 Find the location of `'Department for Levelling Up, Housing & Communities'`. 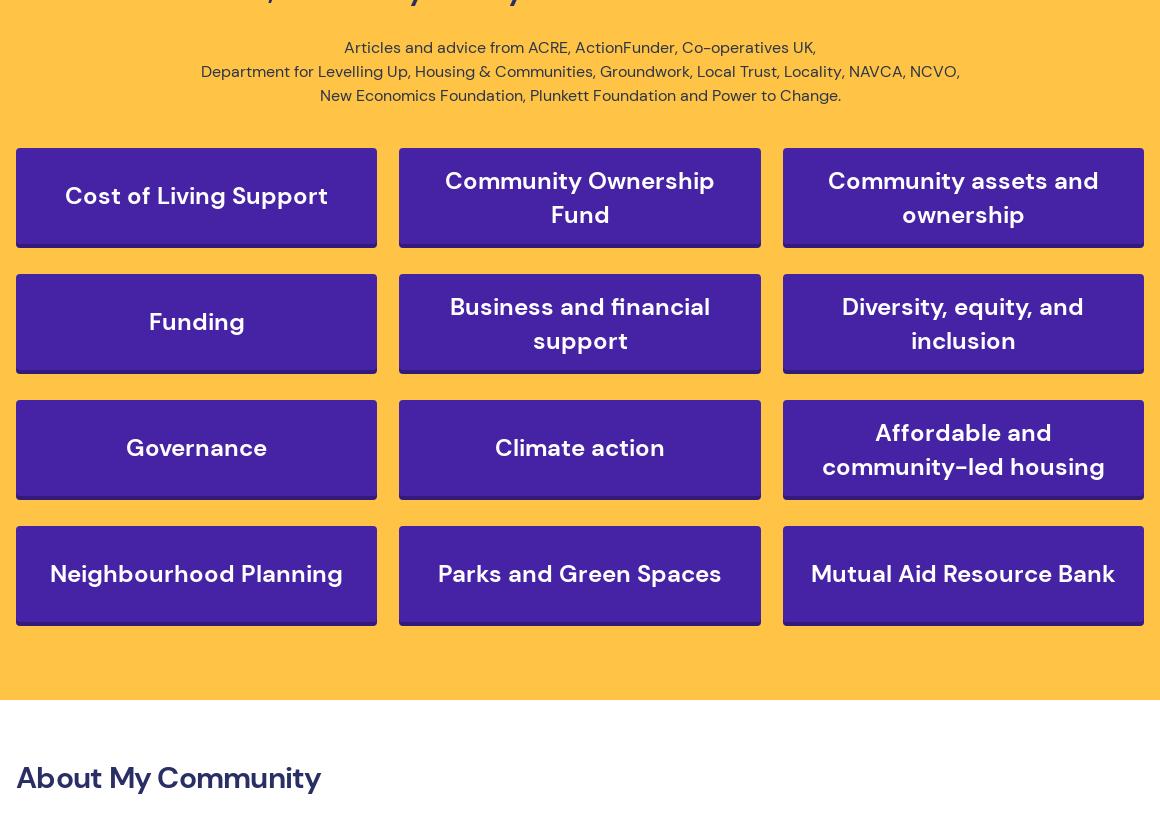

'Department for Levelling Up, Housing & Communities' is located at coordinates (395, 70).